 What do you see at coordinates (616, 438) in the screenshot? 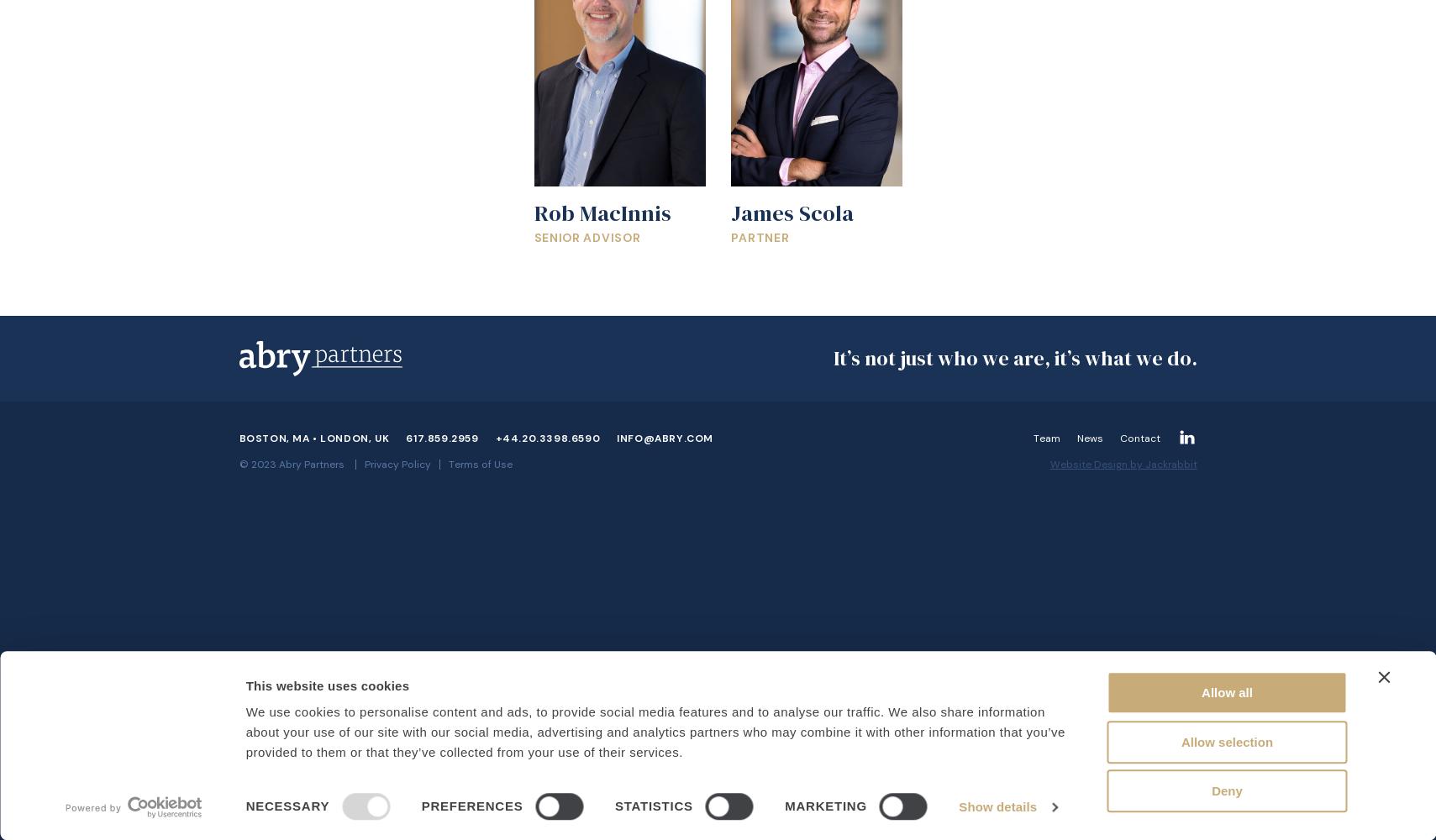
I see `'info@abry.com'` at bounding box center [616, 438].